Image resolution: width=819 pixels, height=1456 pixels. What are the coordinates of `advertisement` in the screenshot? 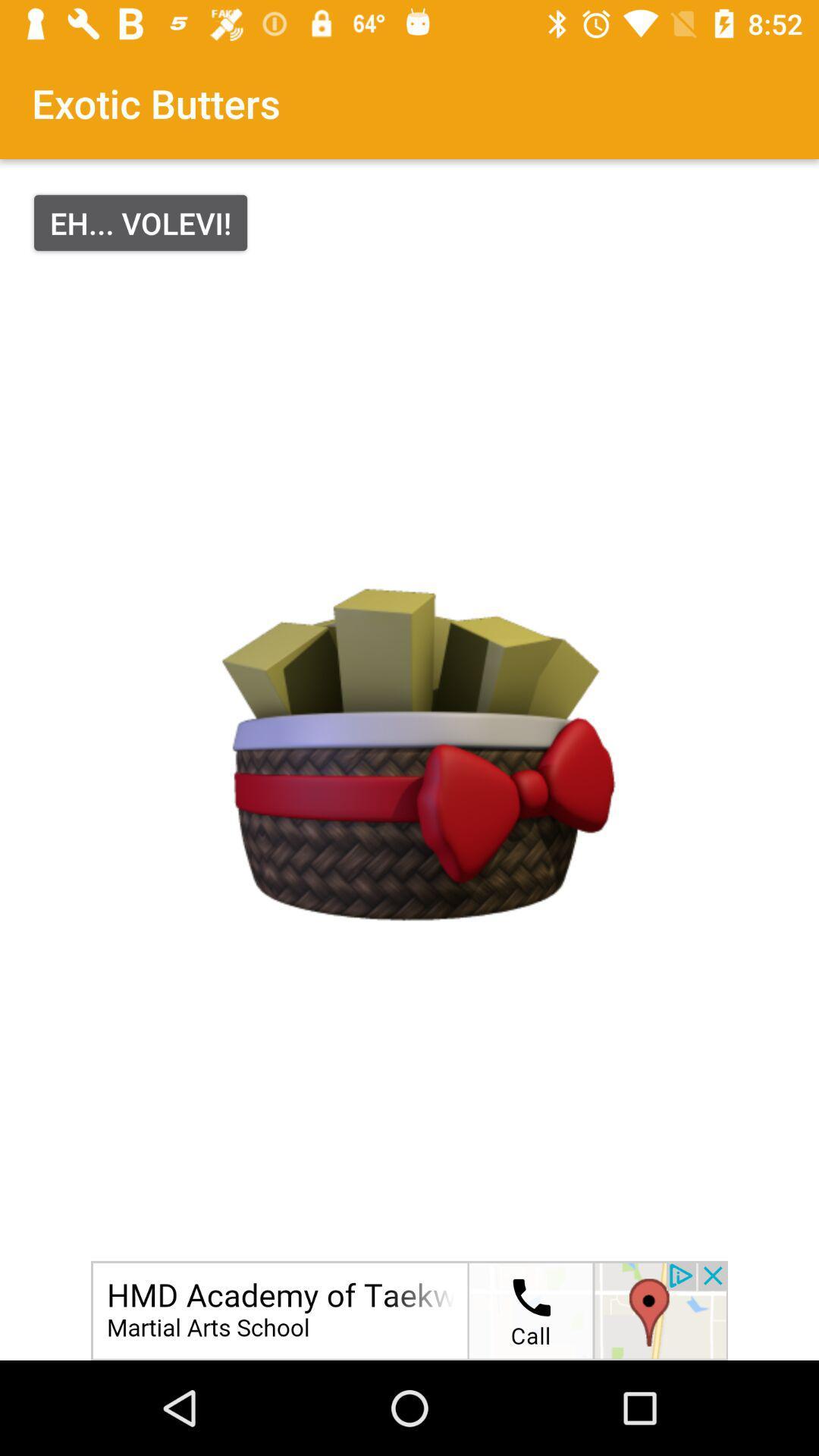 It's located at (409, 1310).